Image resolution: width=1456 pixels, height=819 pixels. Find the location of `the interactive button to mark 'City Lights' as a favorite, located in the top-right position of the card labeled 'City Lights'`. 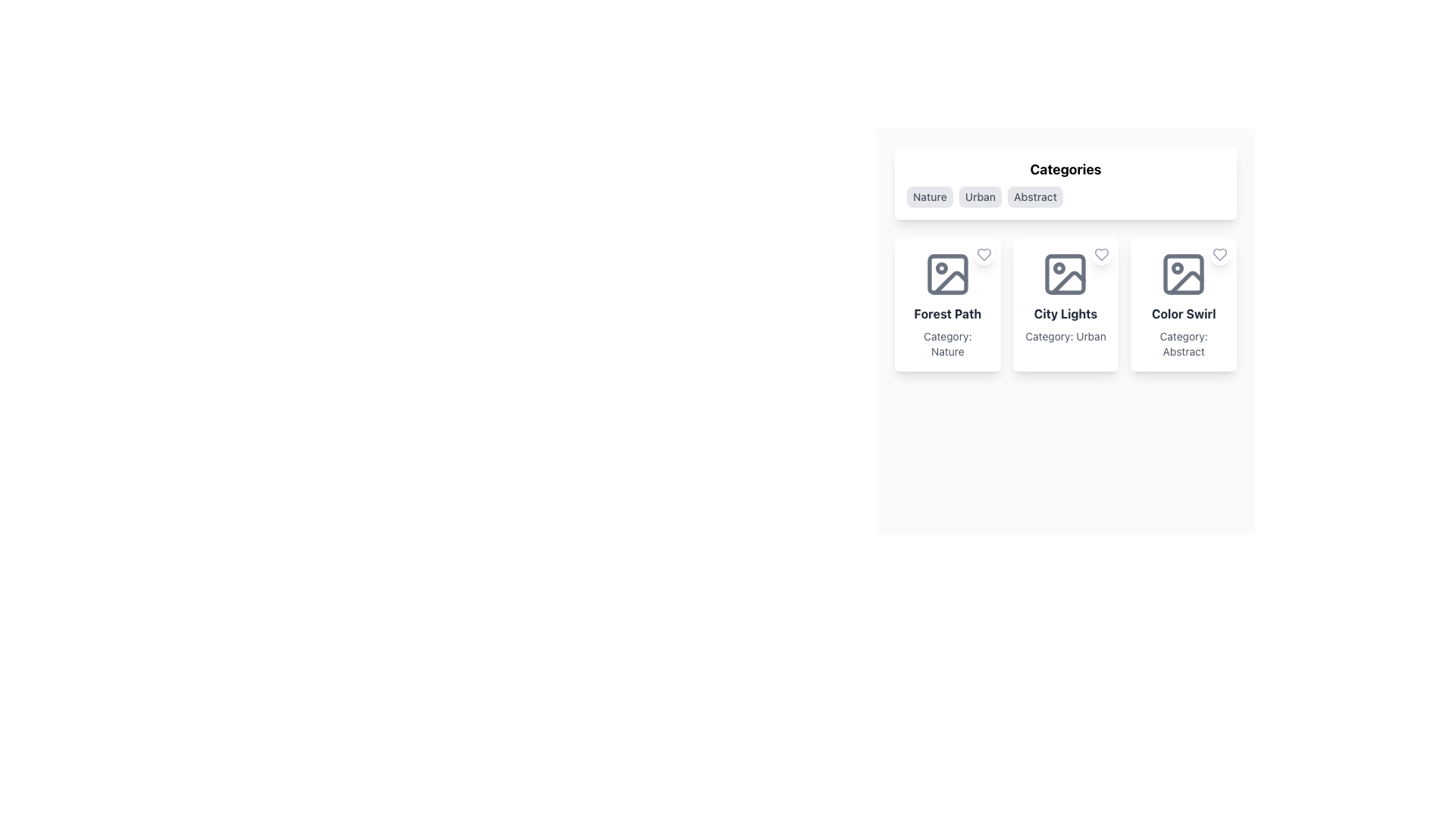

the interactive button to mark 'City Lights' as a favorite, located in the top-right position of the card labeled 'City Lights' is located at coordinates (1102, 253).